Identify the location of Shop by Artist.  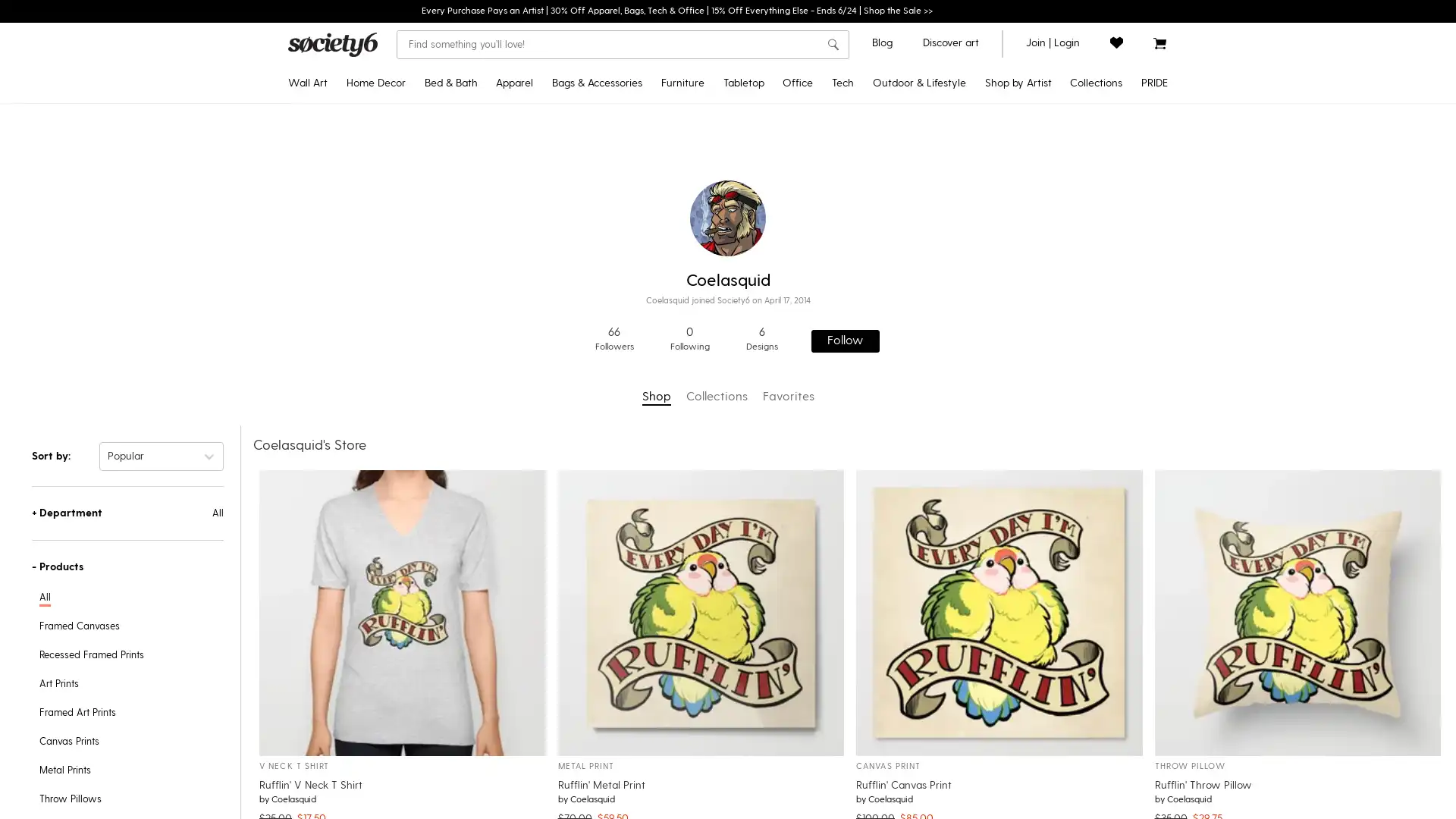
(1018, 83).